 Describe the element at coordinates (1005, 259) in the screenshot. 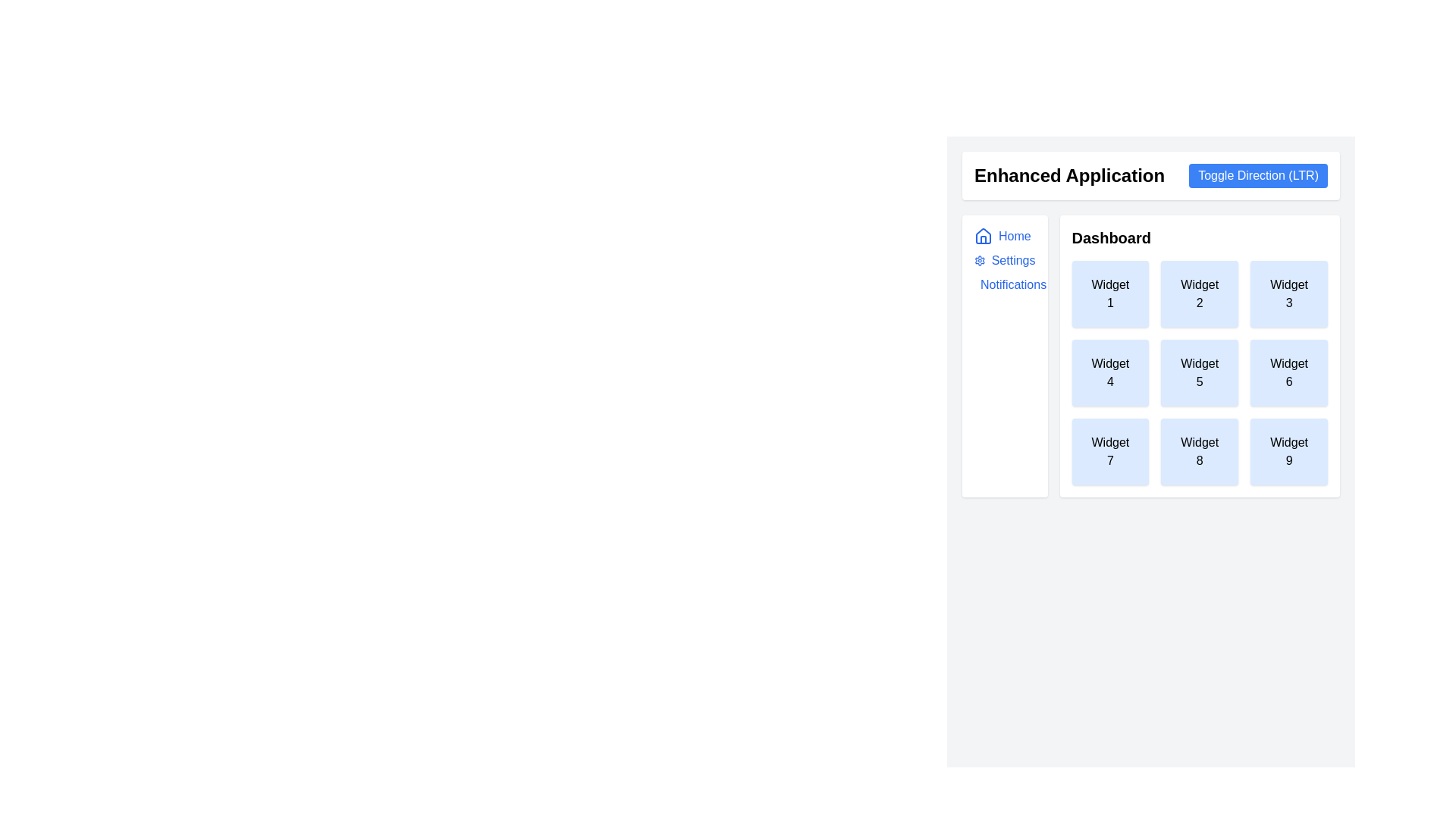

I see `the 'Settings' navigation link located in the vertical sidebar menu, which is the second option below 'Home' and above 'Notifications'` at that location.